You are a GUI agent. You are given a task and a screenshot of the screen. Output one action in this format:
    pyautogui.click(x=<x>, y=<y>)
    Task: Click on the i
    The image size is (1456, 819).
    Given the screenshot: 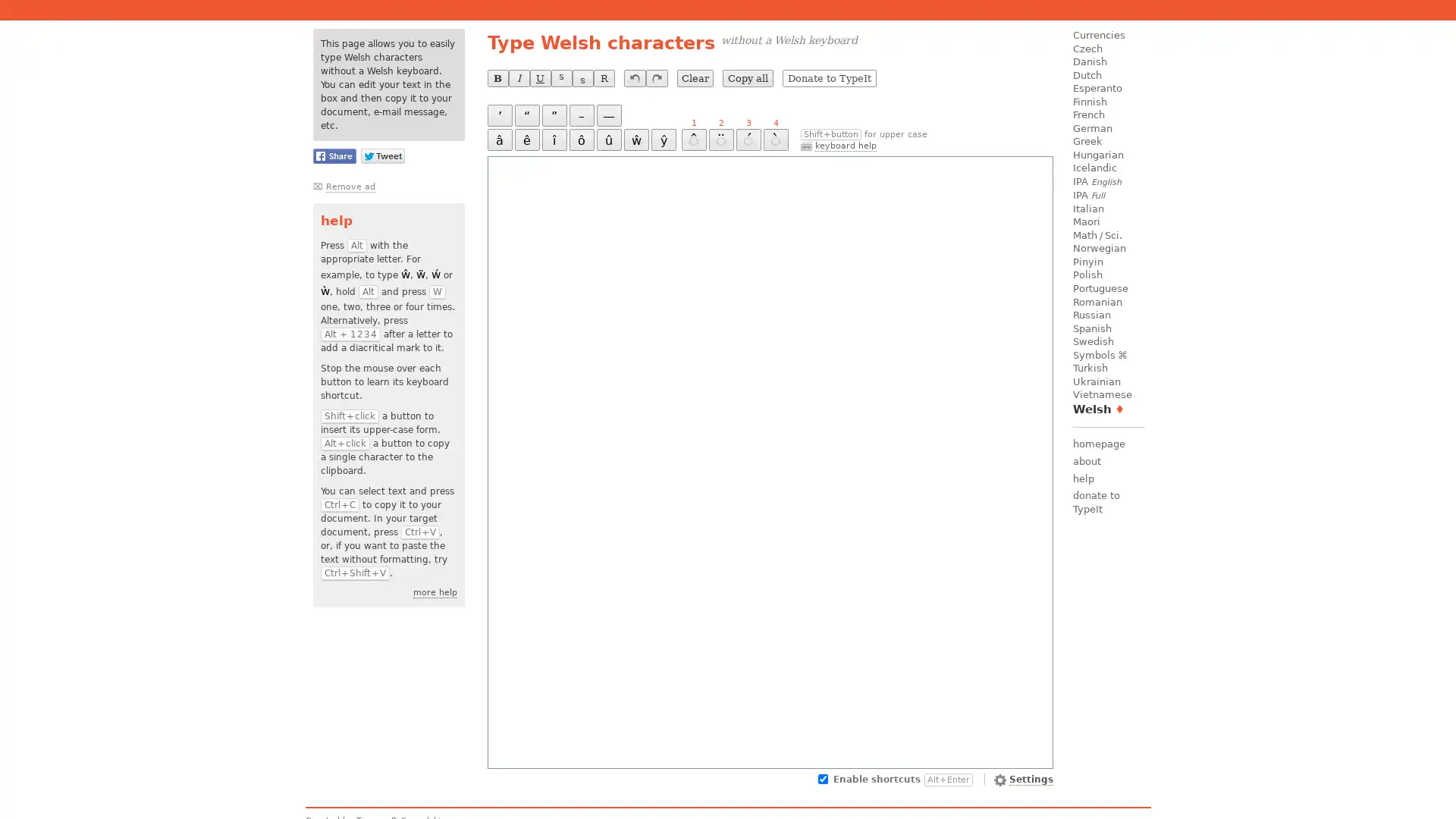 What is the action you would take?
    pyautogui.click(x=553, y=140)
    